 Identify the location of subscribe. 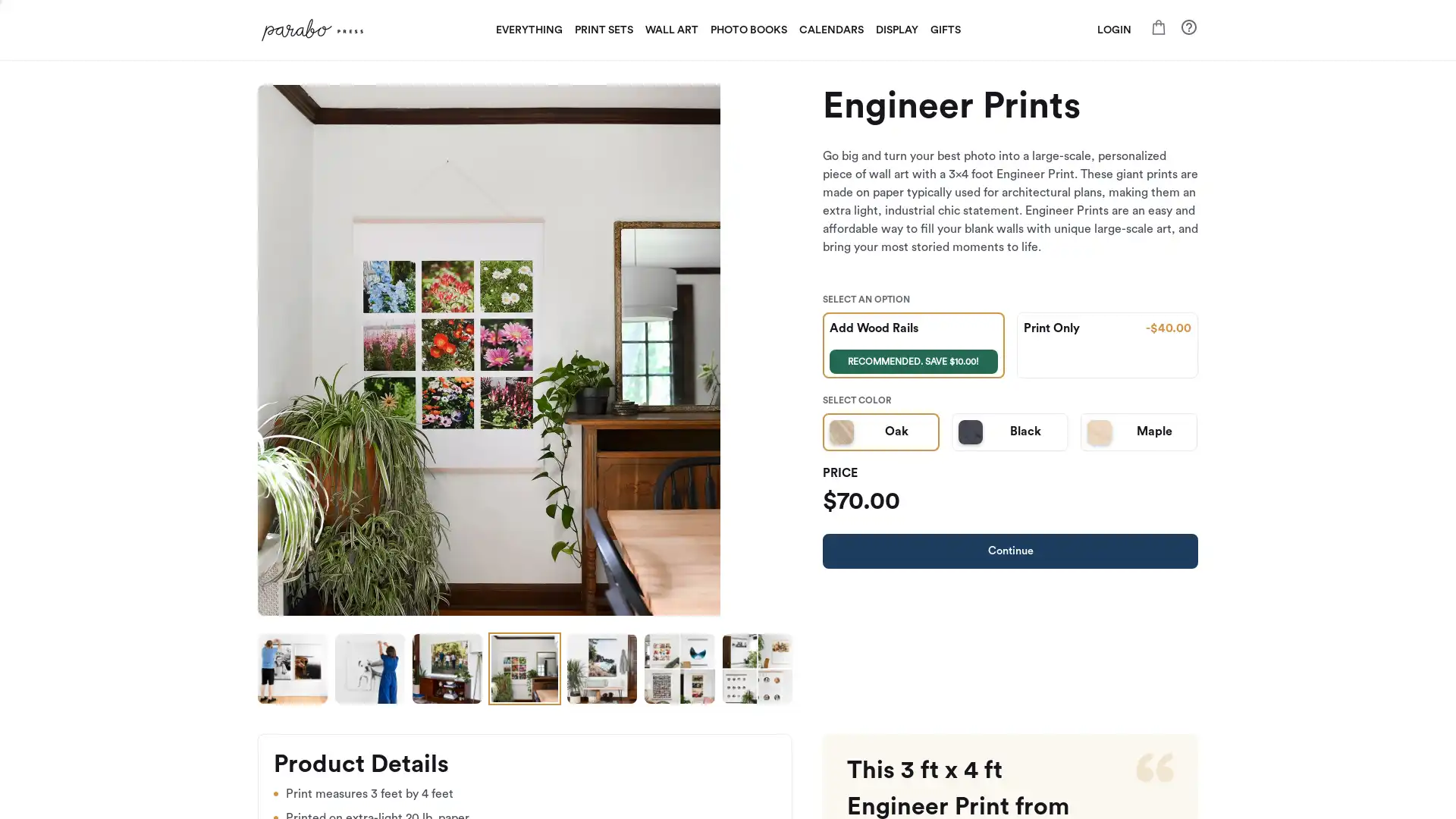
(833, 584).